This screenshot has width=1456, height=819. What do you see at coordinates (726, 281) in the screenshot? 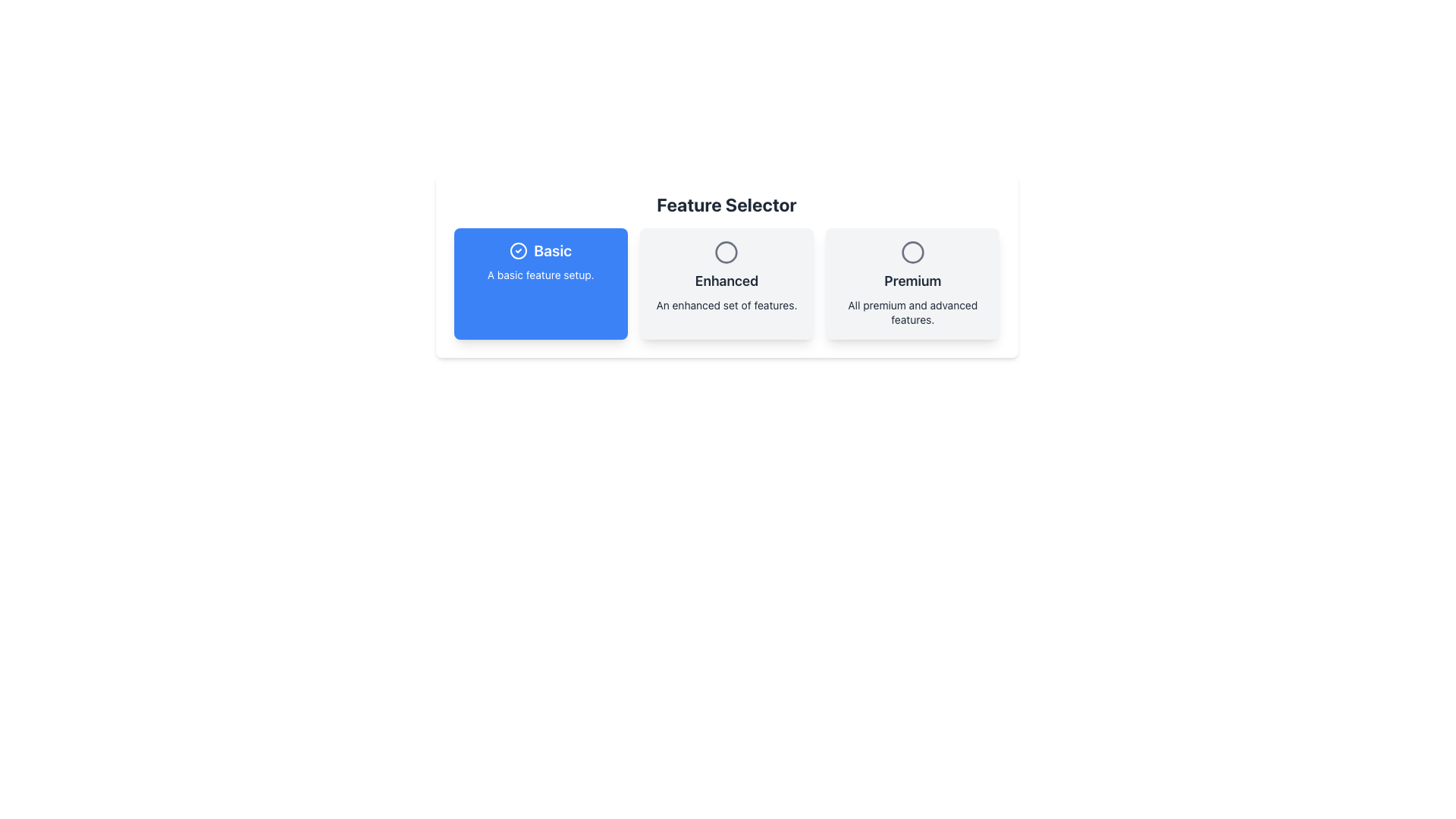
I see `the 'Enhanced' label, which is the second element in a horizontal list of cards, characterized by a bold font style and larger, darker text compared to its surroundings` at bounding box center [726, 281].